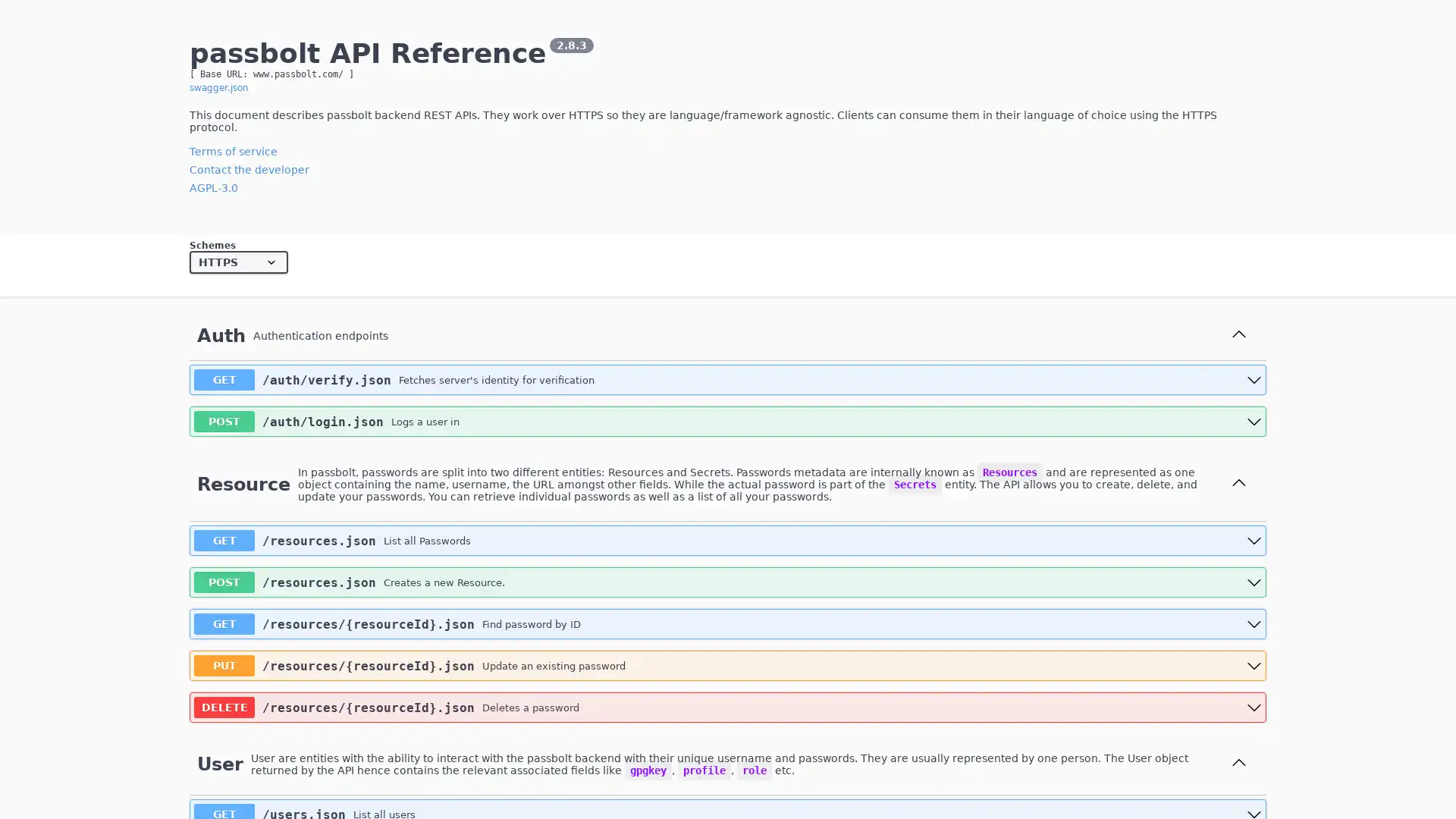 The width and height of the screenshot is (1456, 819). Describe the element at coordinates (728, 665) in the screenshot. I see `put /resources/{resourceId}.json` at that location.